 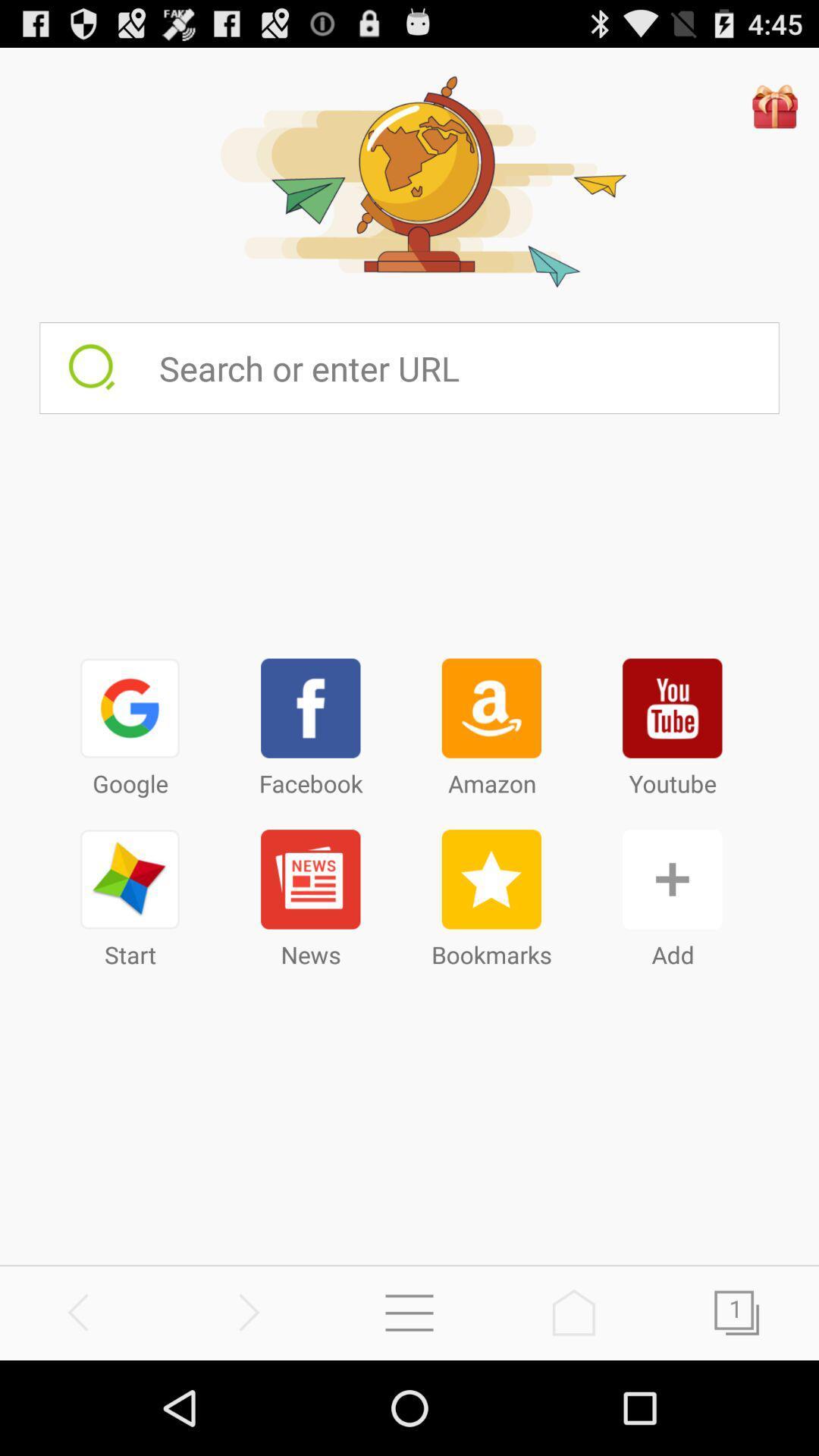 I want to click on search, so click(x=82, y=1312).